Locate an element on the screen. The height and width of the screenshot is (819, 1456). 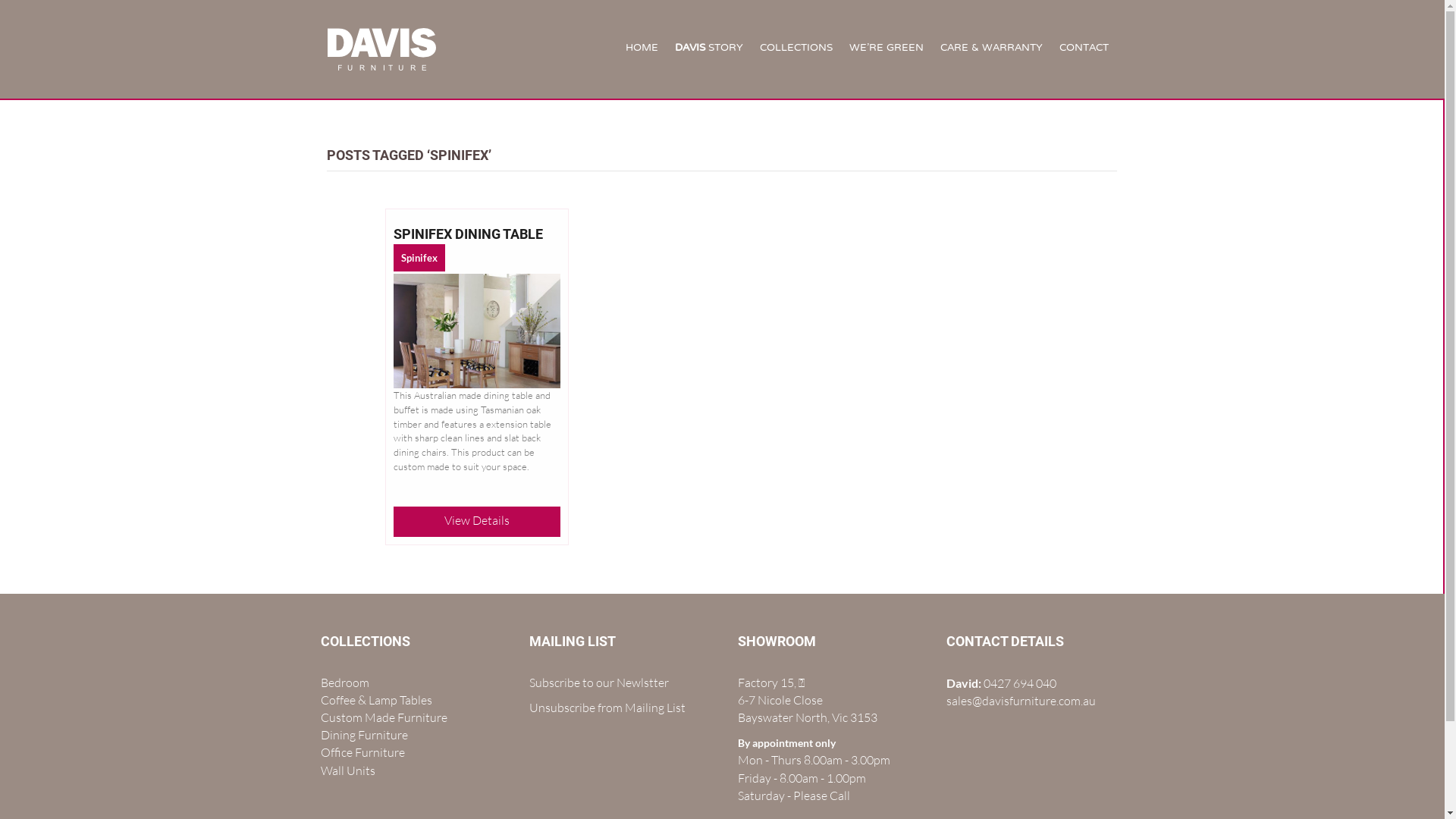
'sales@davisfurniture.com.au' is located at coordinates (1021, 701).